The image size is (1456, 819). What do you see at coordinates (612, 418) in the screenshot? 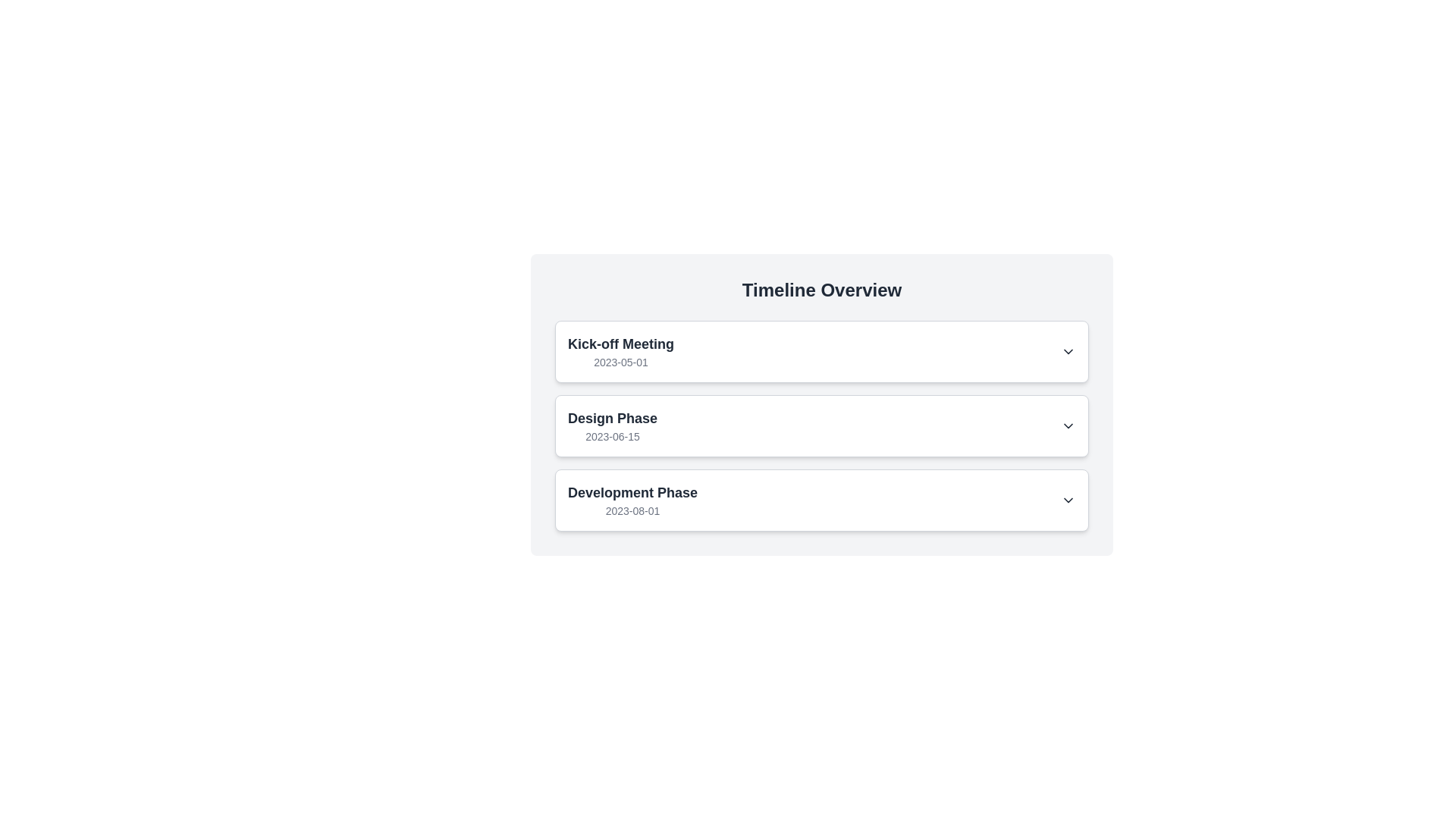
I see `the 'Design Phase' text label, which is styled in bold and larger font, located in the 'Timeline Overview' list, positioned above the date '2023-06-15'` at bounding box center [612, 418].